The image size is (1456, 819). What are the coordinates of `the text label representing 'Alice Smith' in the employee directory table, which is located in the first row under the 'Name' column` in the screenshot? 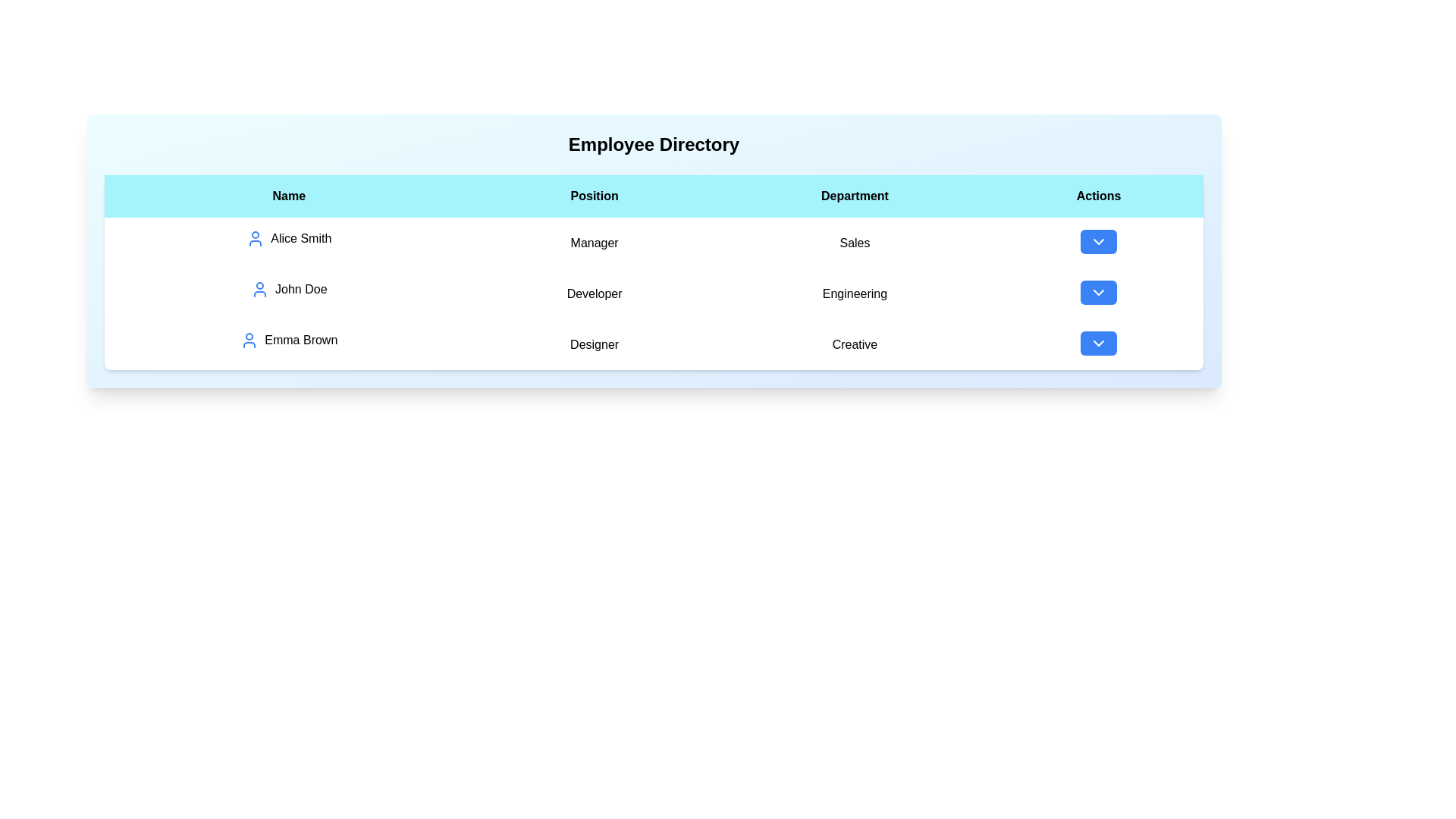 It's located at (289, 239).